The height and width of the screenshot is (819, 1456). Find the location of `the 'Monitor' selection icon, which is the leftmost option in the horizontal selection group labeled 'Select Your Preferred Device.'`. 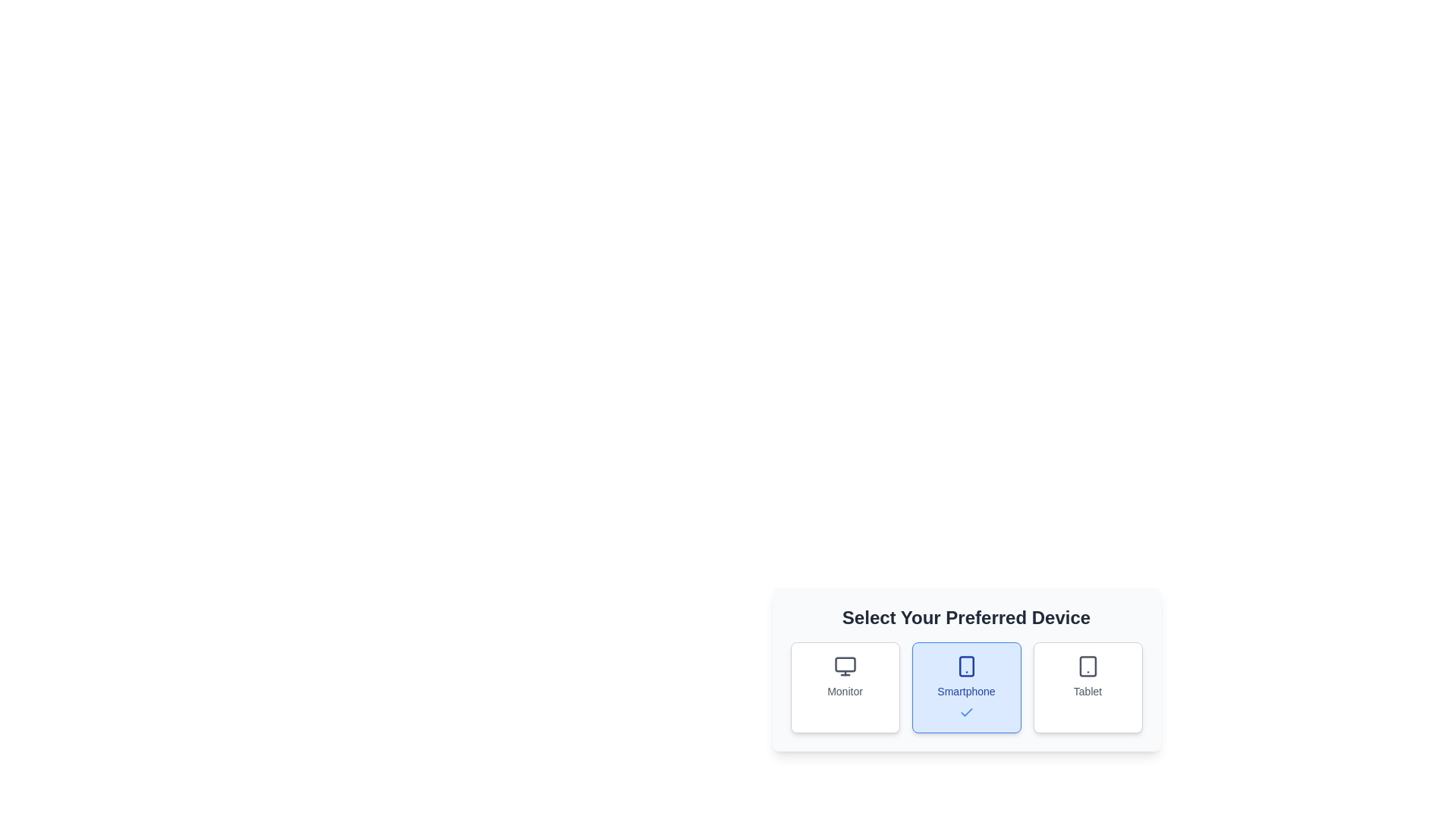

the 'Monitor' selection icon, which is the leftmost option in the horizontal selection group labeled 'Select Your Preferred Device.' is located at coordinates (844, 666).